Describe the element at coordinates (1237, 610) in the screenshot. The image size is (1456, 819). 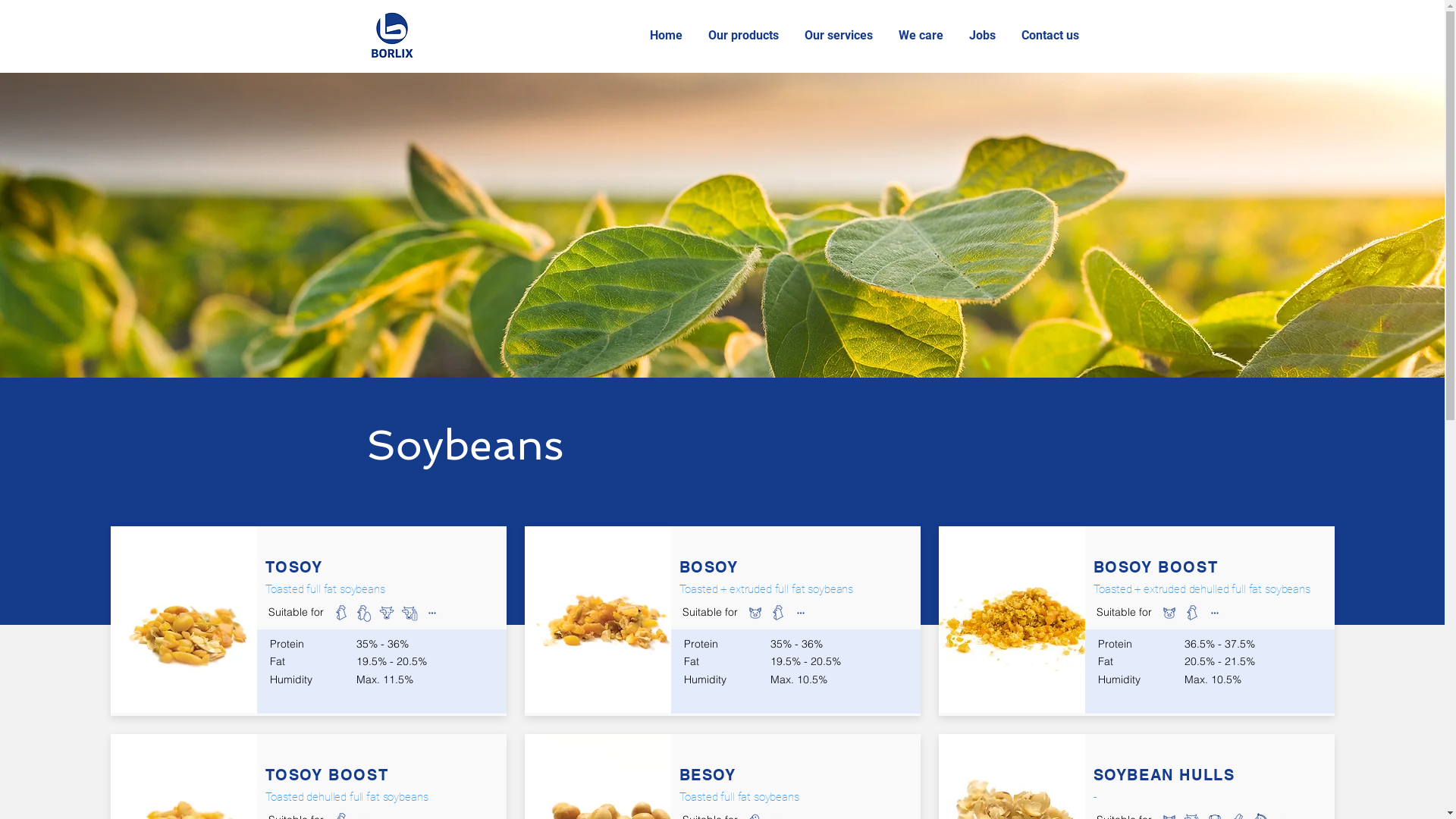
I see `'Dairy cows'` at that location.